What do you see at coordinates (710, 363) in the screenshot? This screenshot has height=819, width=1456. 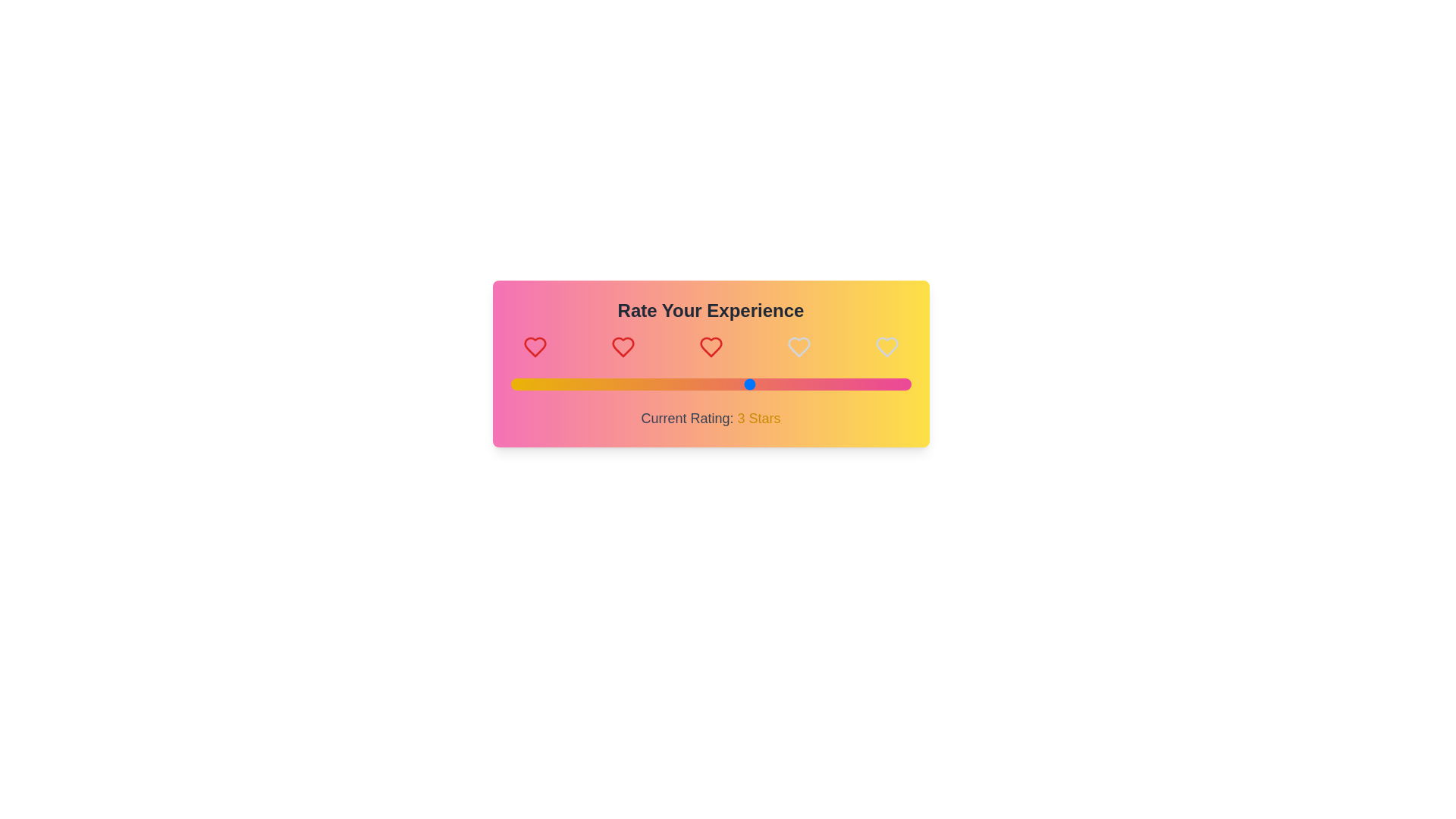 I see `the background gradient to interact with it` at bounding box center [710, 363].